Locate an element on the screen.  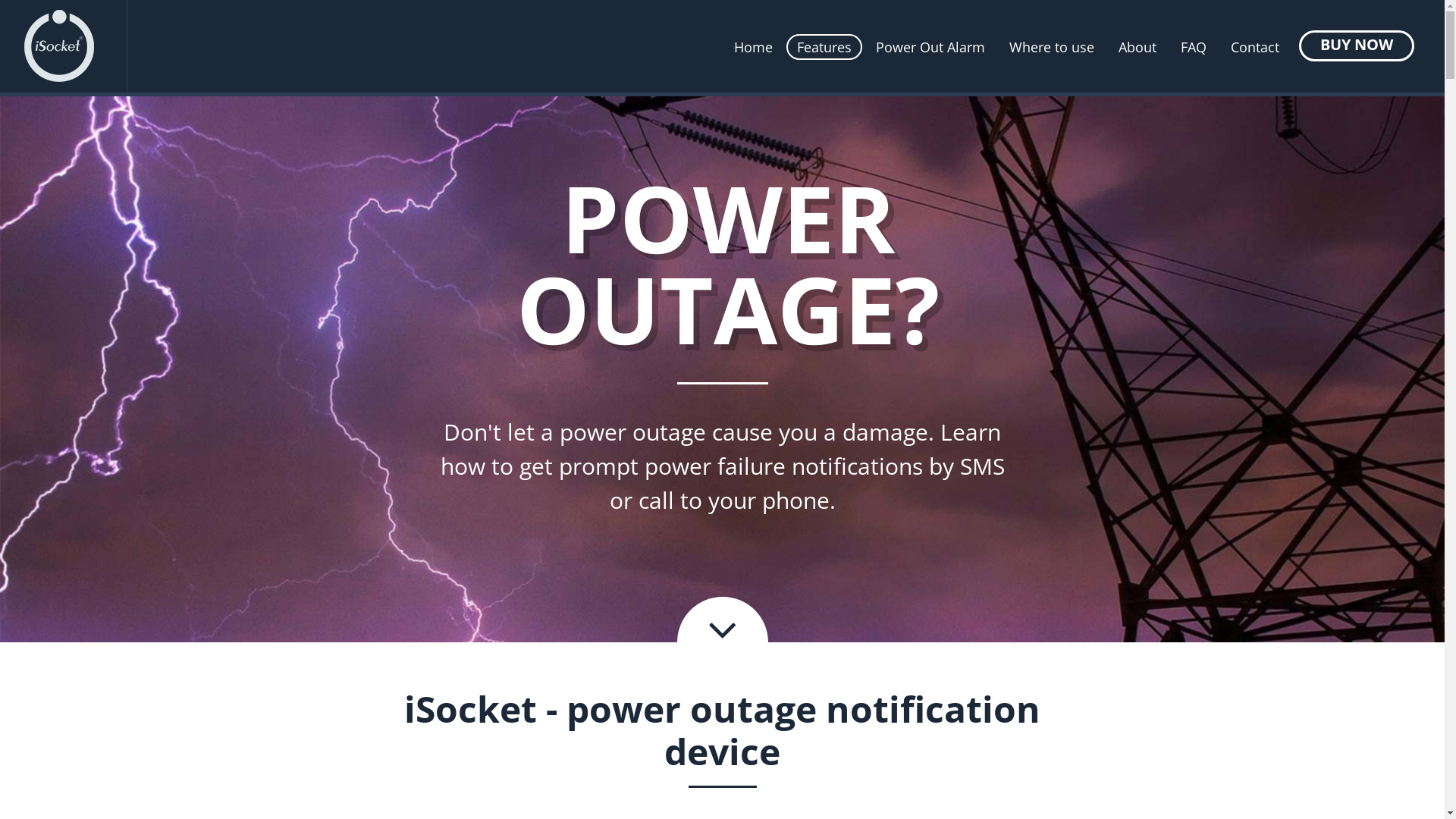
'Features' is located at coordinates (823, 45).